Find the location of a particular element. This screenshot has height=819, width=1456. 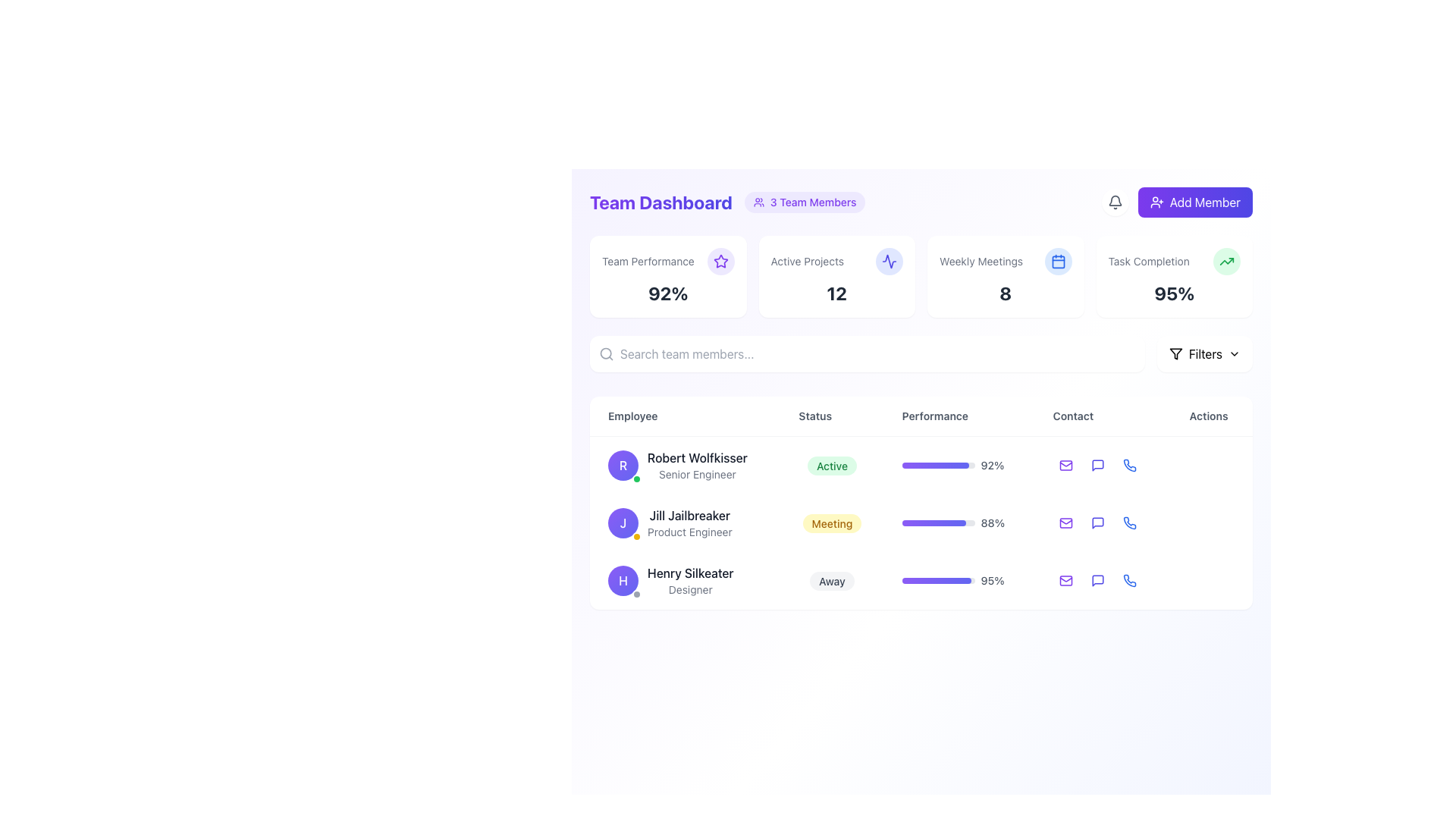

the blue phone icon in the 'Contact' column of the third row in the table is located at coordinates (1129, 580).